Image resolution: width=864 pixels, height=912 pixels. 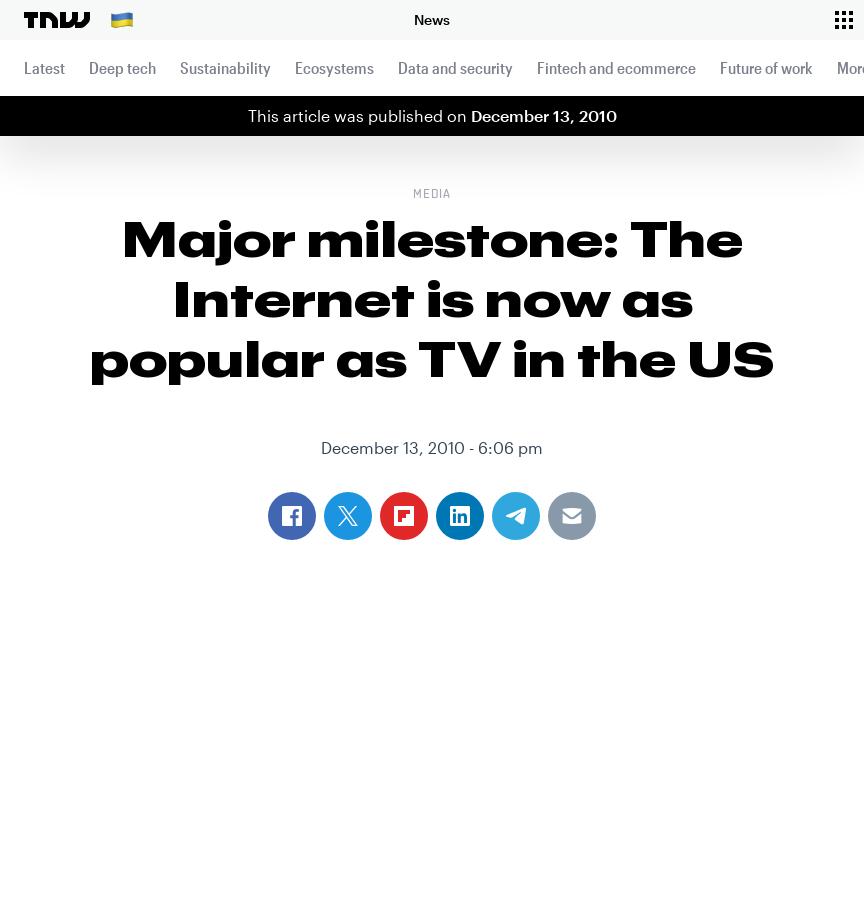 What do you see at coordinates (542, 114) in the screenshot?
I see `'December 13, 2010'` at bounding box center [542, 114].